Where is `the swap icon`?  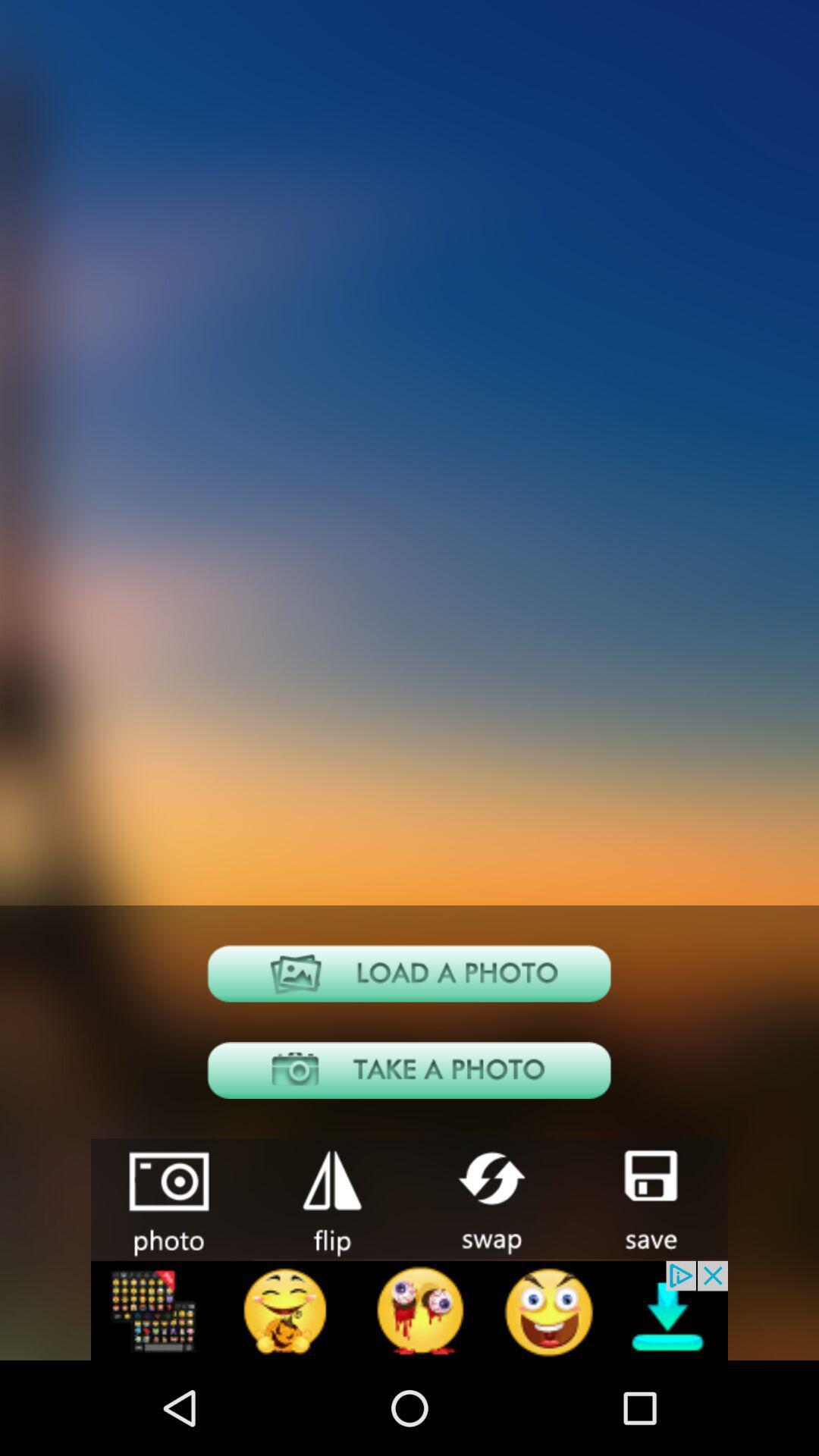 the swap icon is located at coordinates (488, 1282).